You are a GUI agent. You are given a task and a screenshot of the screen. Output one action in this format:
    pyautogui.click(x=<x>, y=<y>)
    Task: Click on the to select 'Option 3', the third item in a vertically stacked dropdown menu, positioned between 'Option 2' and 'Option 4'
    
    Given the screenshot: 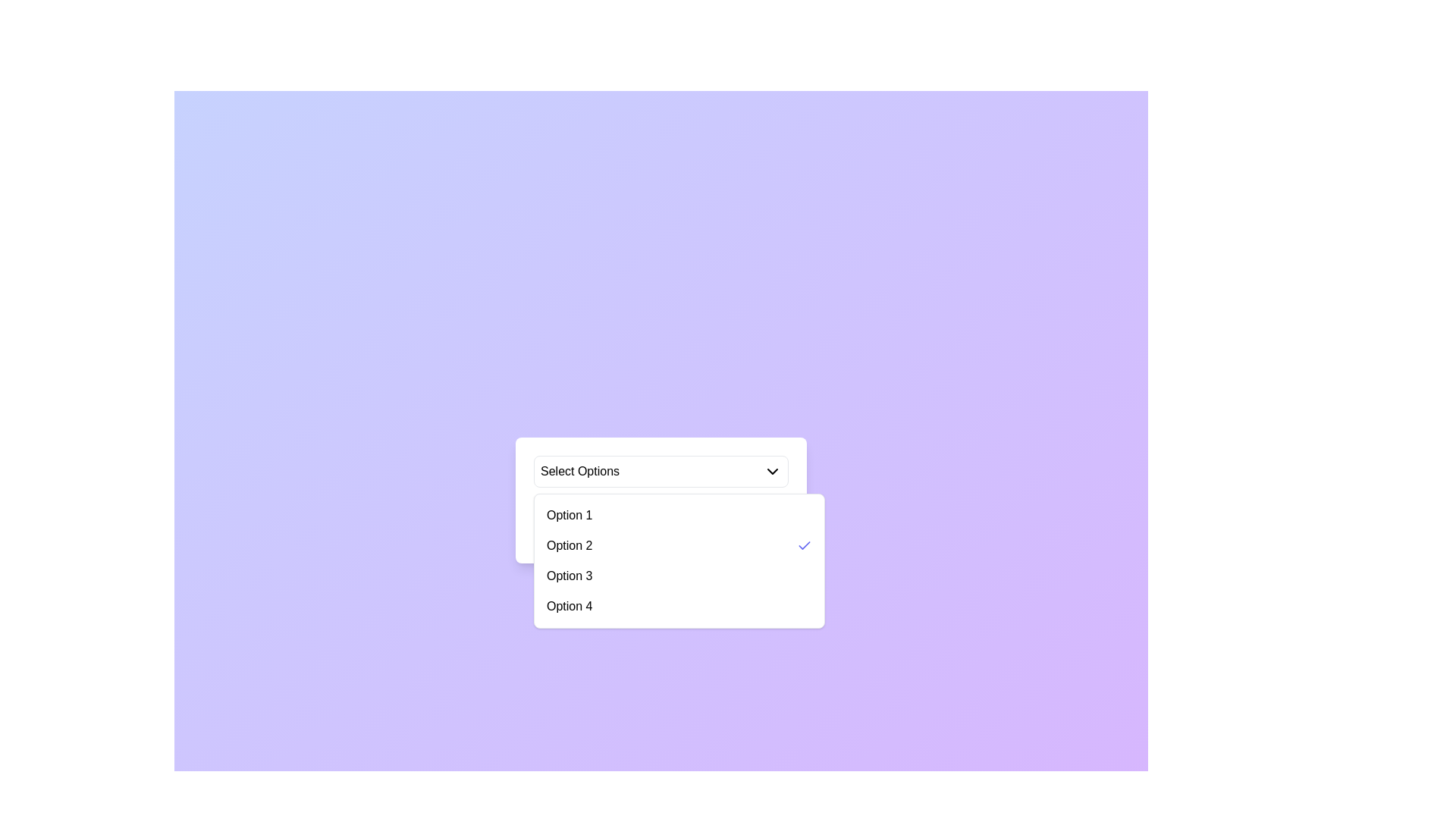 What is the action you would take?
    pyautogui.click(x=679, y=576)
    